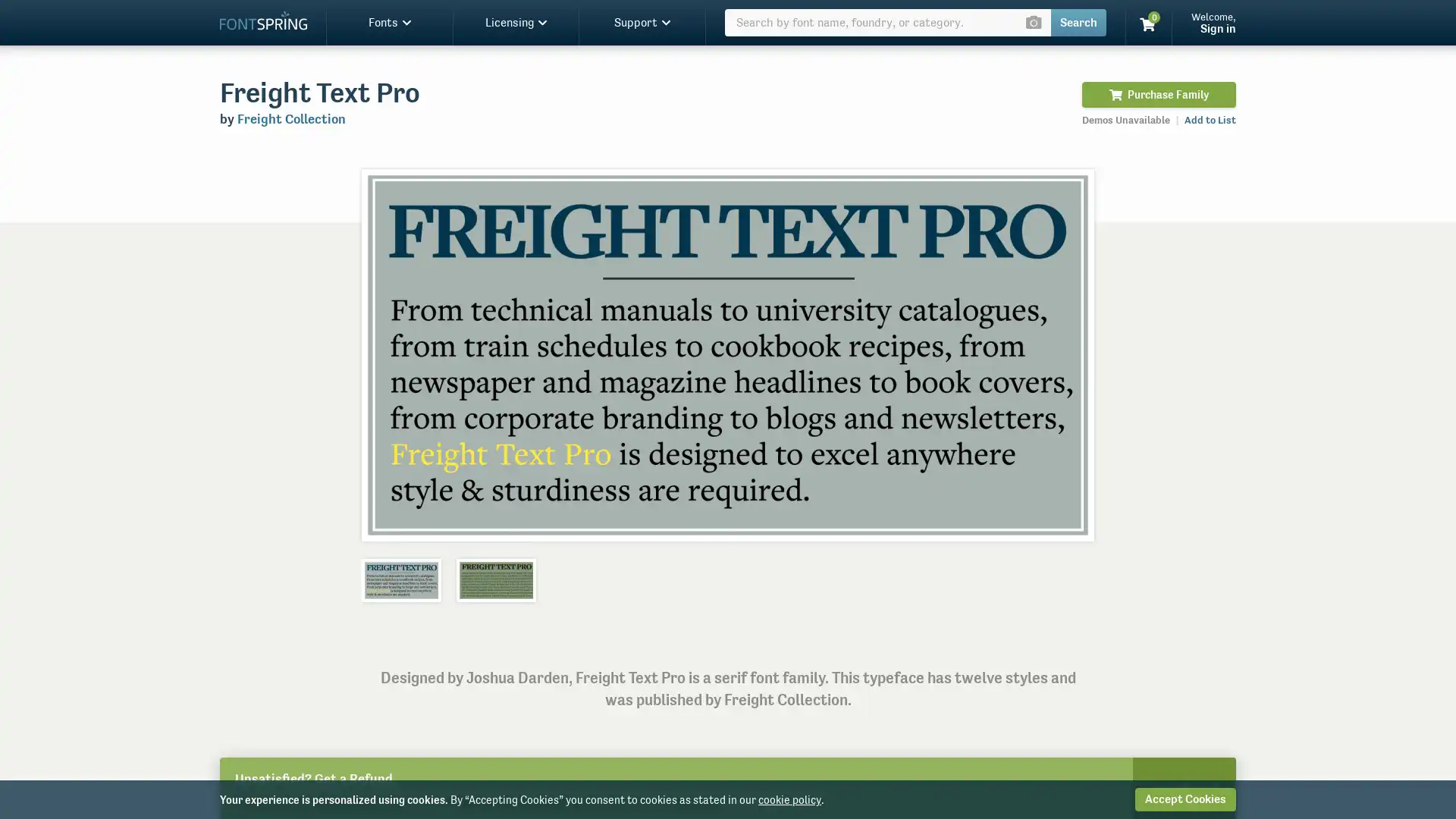 The height and width of the screenshot is (819, 1456). I want to click on Accept Cookies, so click(1185, 799).